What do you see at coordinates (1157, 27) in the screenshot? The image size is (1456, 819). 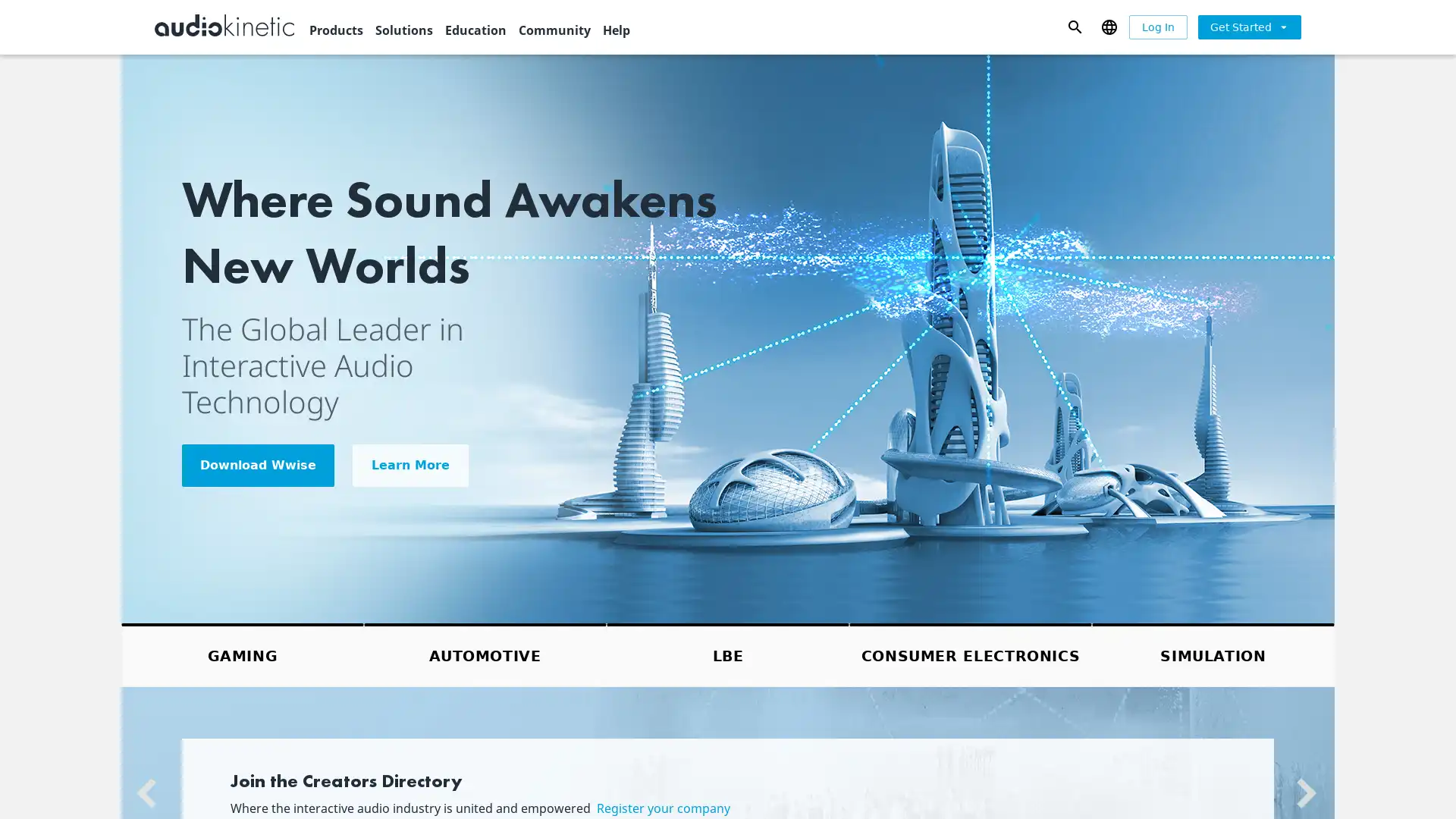 I see `Log In` at bounding box center [1157, 27].